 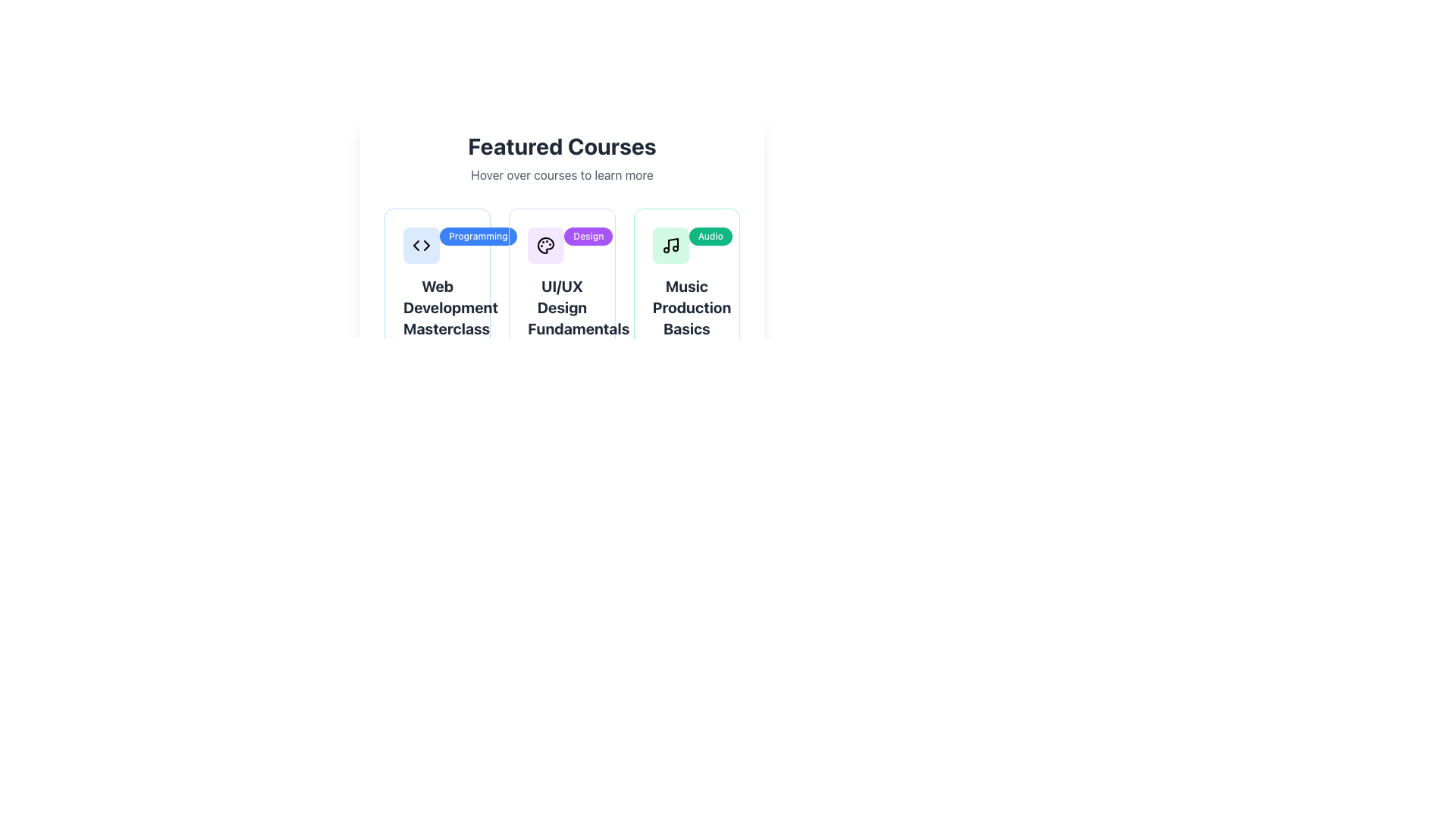 What do you see at coordinates (686, 245) in the screenshot?
I see `the tagged label component displaying the category 'Audio' associated with the course 'Music Production Basics' located at the top-right corner of the course card` at bounding box center [686, 245].